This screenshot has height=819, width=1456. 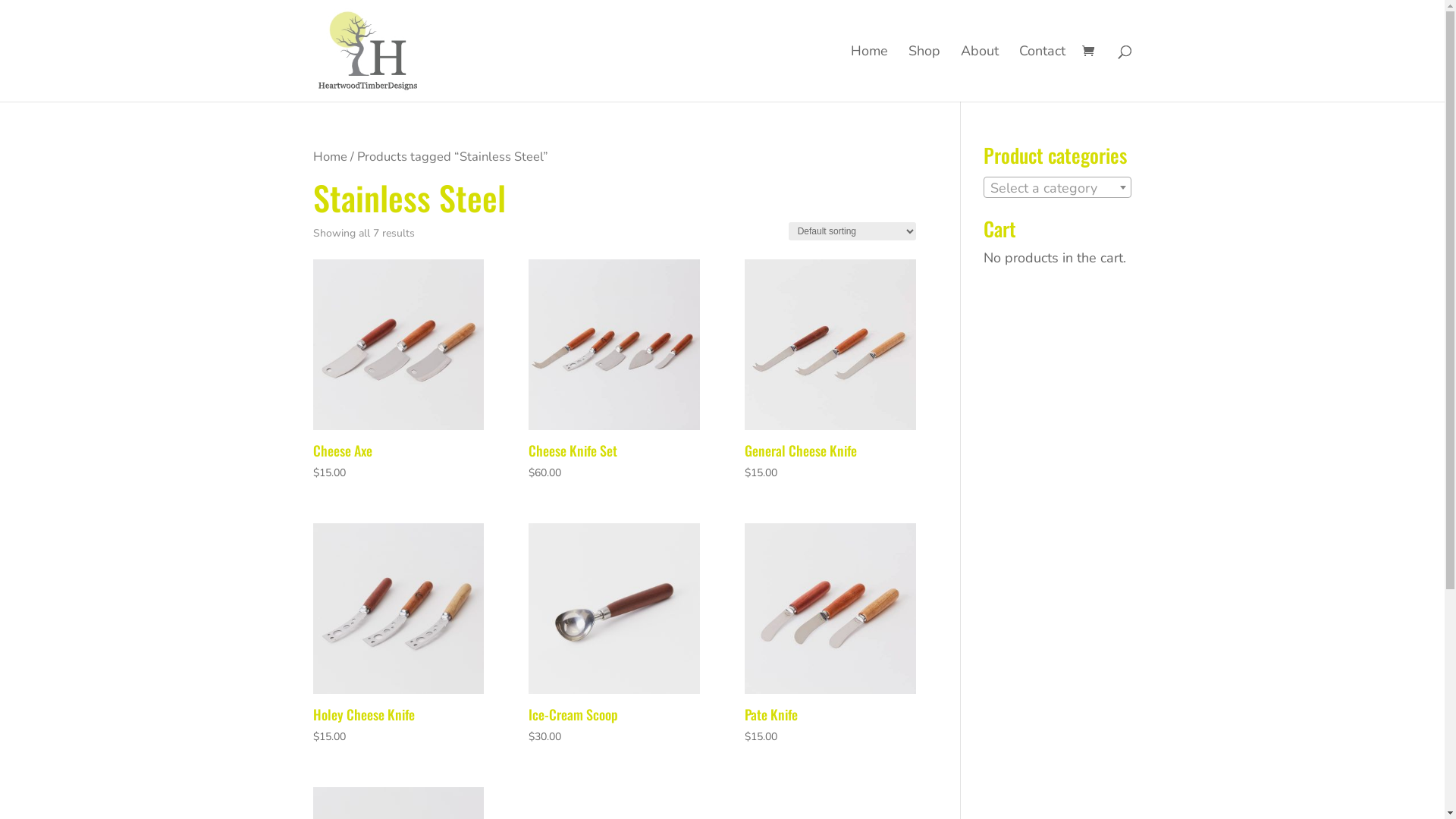 I want to click on 'Cheese Axe, so click(x=397, y=371).